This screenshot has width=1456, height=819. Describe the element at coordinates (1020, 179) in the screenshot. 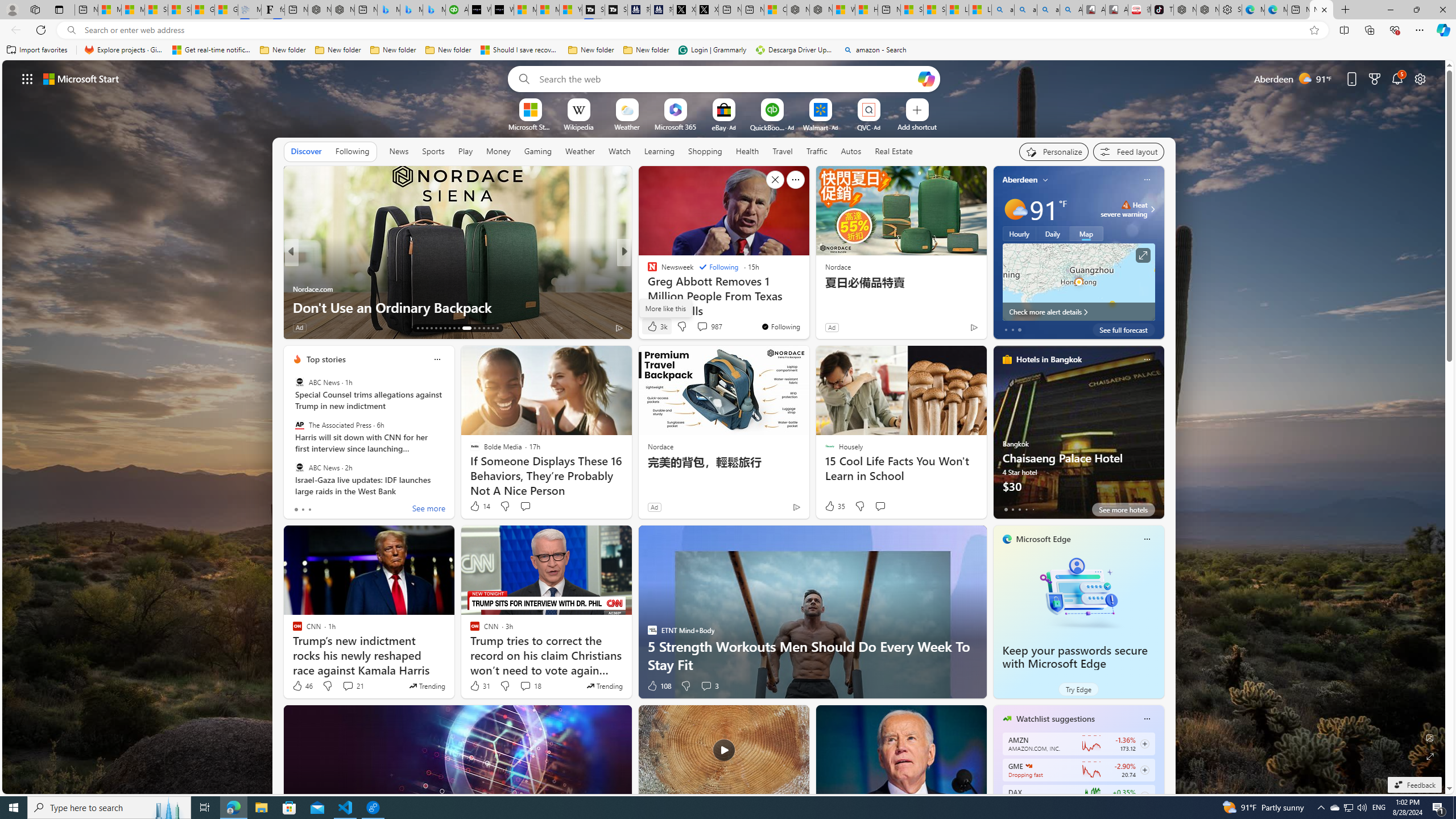

I see `'Aberdeen'` at that location.